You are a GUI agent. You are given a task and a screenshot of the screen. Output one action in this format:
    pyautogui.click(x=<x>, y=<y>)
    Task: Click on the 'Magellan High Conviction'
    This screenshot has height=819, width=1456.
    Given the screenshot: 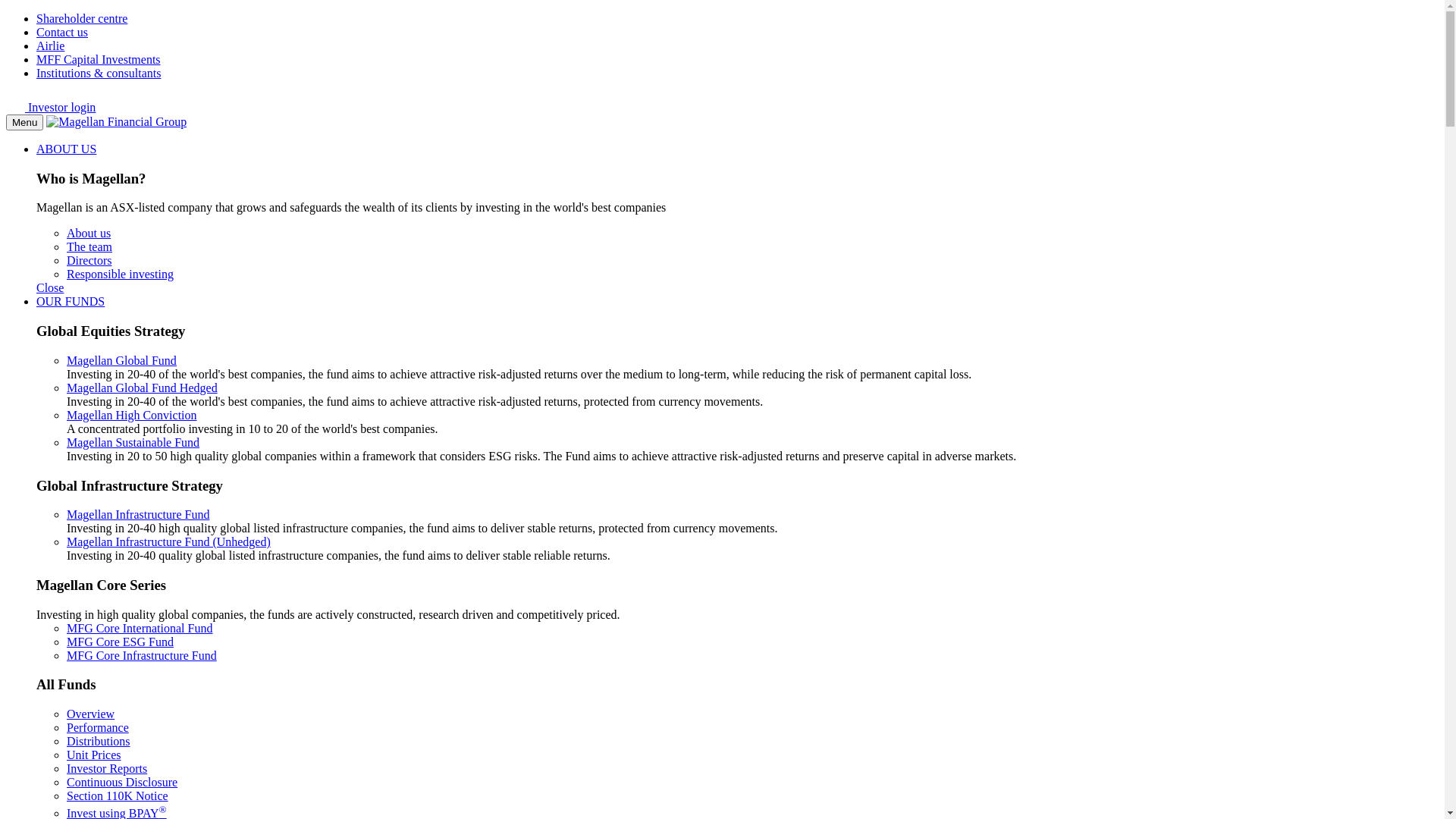 What is the action you would take?
    pyautogui.click(x=131, y=415)
    